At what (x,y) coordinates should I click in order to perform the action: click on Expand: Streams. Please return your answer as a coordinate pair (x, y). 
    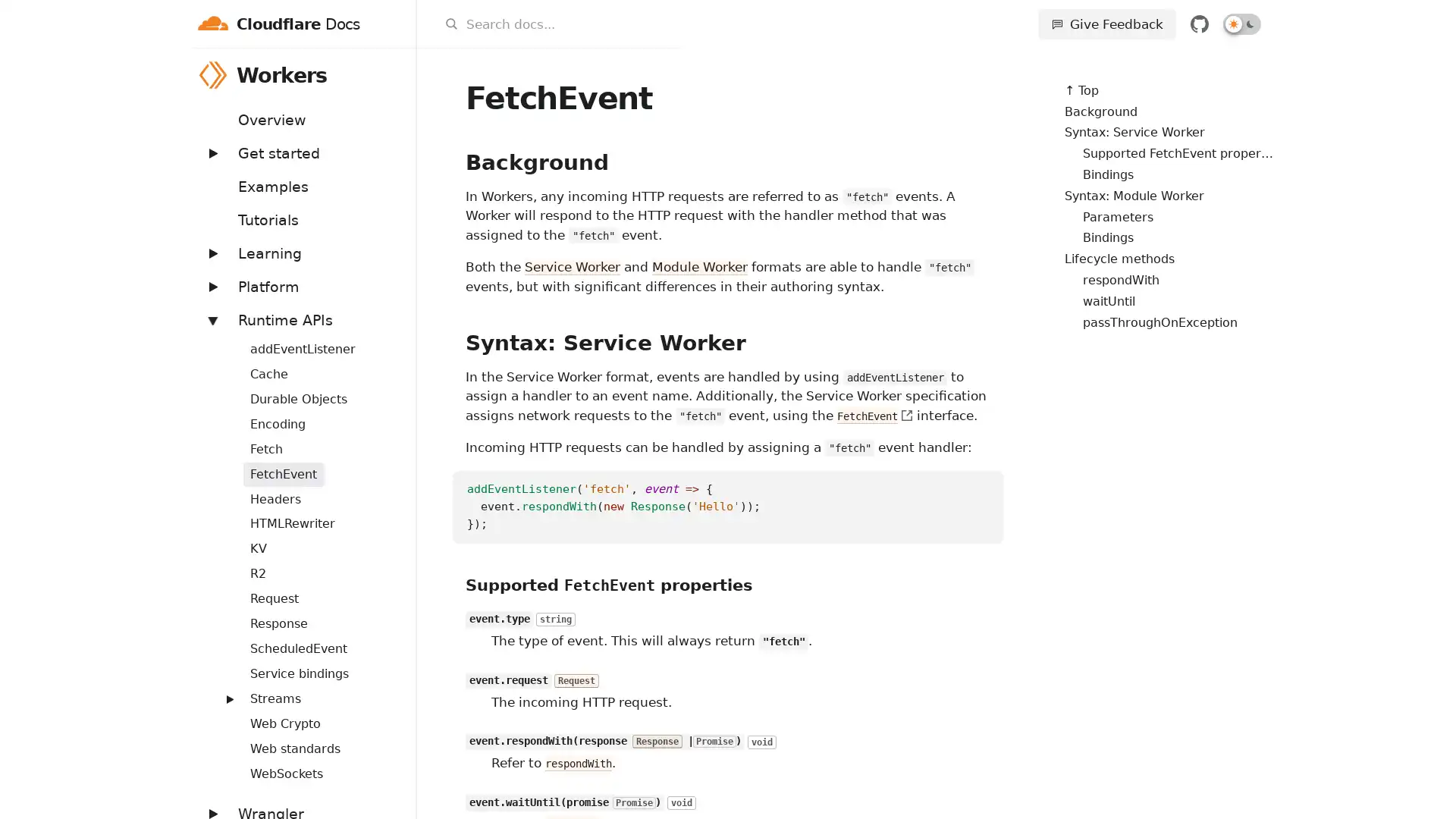
    Looking at the image, I should click on (228, 698).